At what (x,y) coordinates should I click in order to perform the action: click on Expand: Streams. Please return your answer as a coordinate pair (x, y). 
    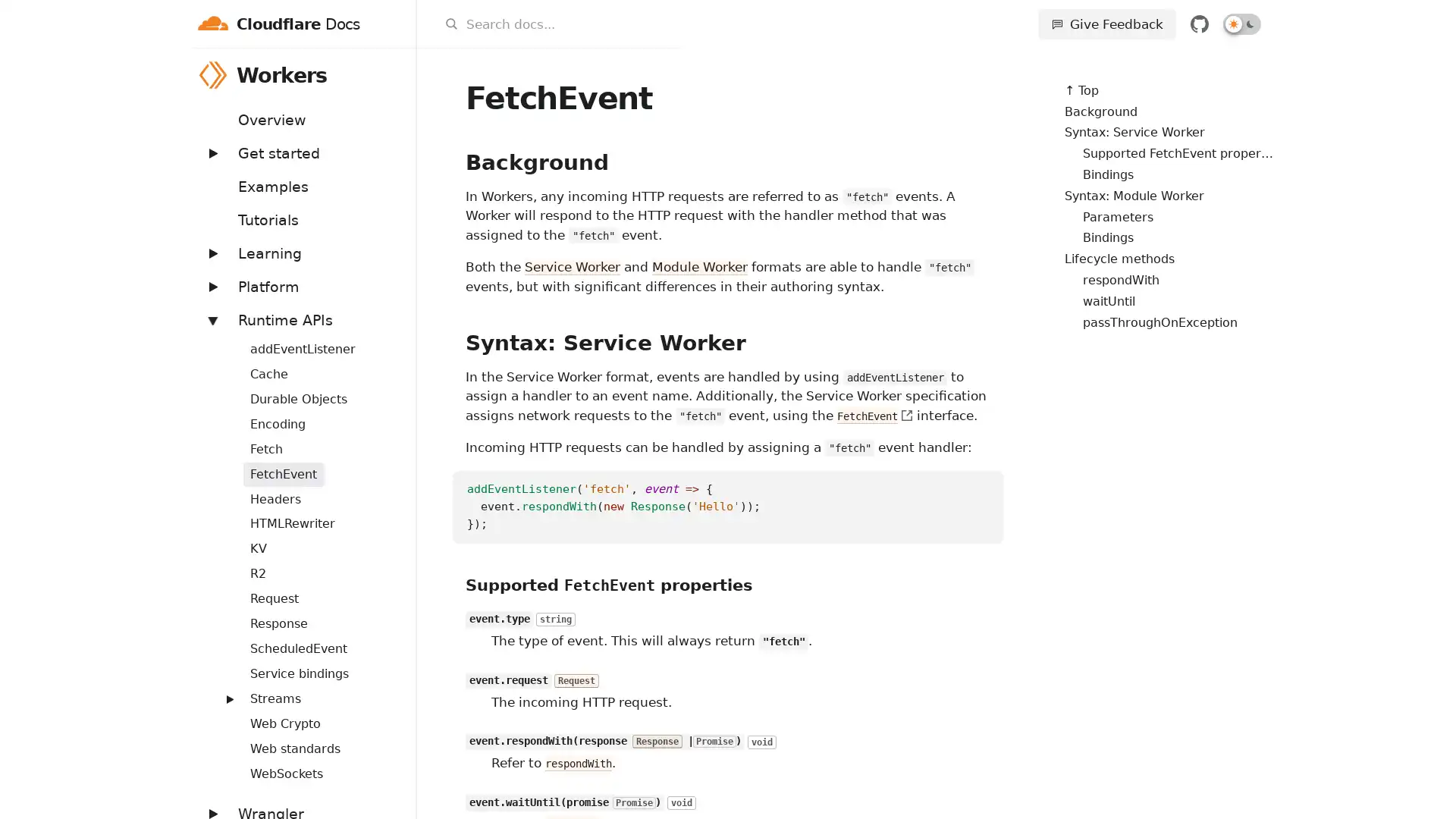
    Looking at the image, I should click on (228, 698).